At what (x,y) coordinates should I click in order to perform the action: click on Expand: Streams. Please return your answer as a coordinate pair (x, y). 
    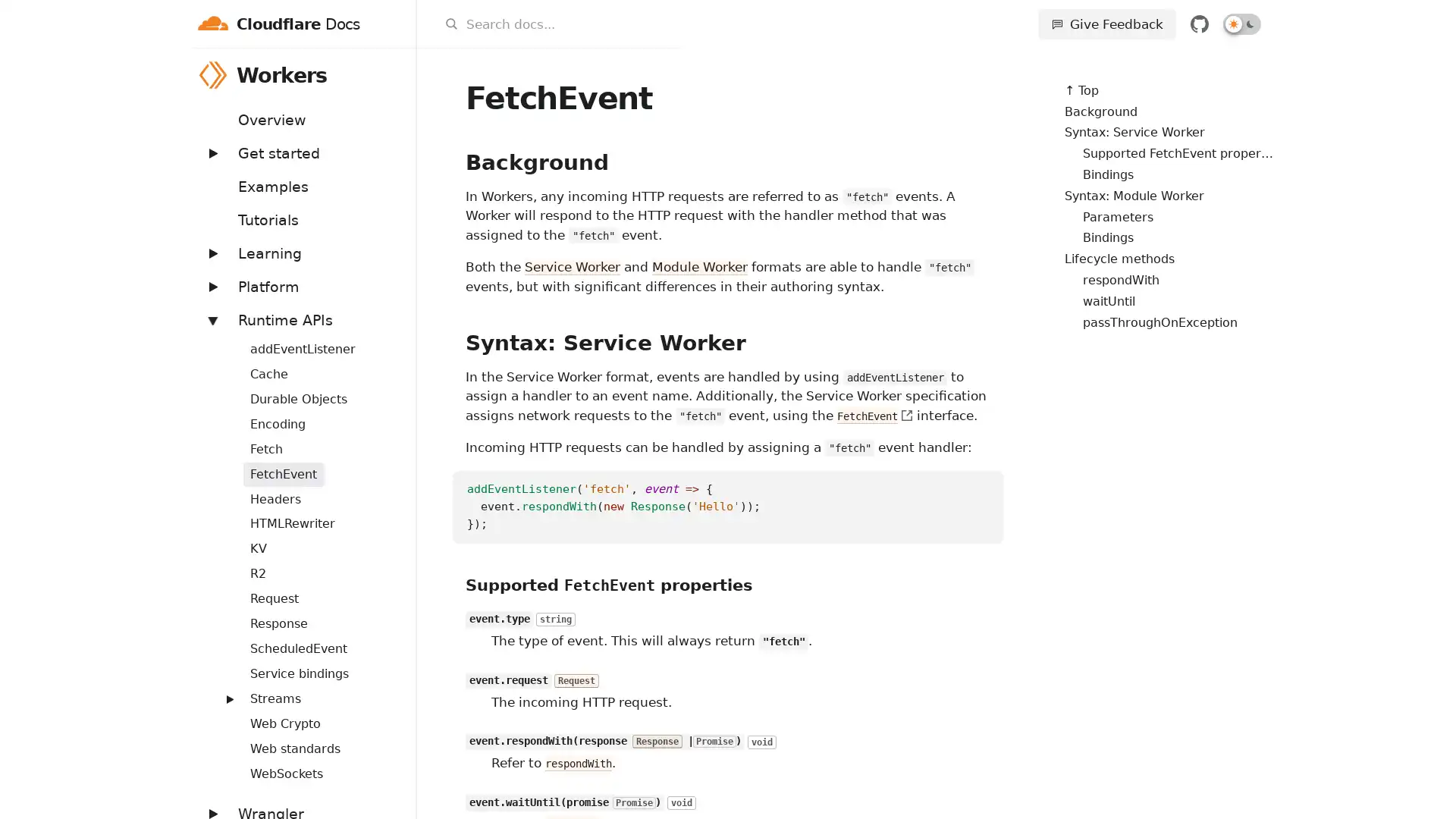
    Looking at the image, I should click on (228, 698).